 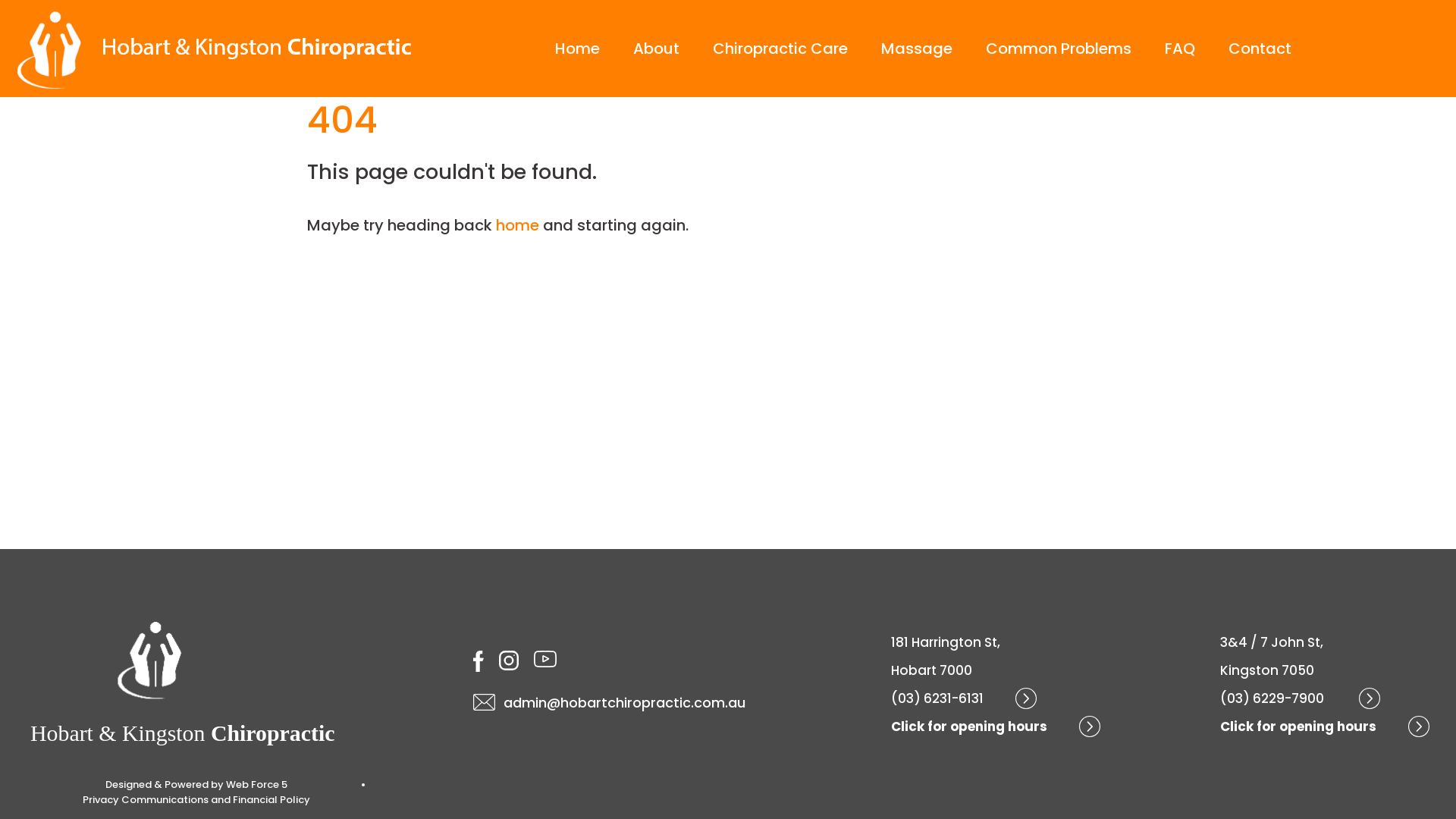 What do you see at coordinates (1178, 48) in the screenshot?
I see `'FAQ'` at bounding box center [1178, 48].